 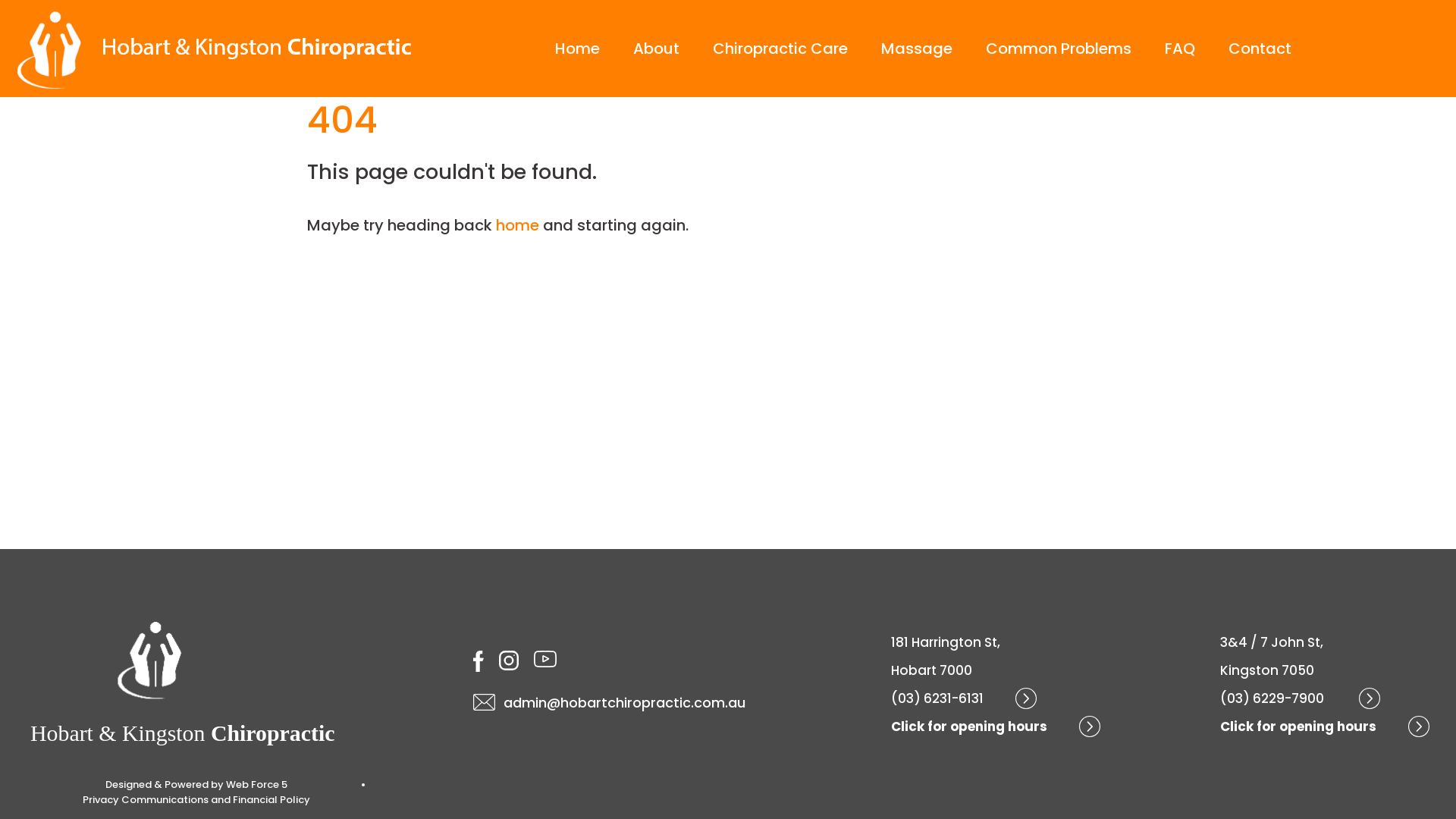 What do you see at coordinates (1178, 48) in the screenshot?
I see `'FAQ'` at bounding box center [1178, 48].